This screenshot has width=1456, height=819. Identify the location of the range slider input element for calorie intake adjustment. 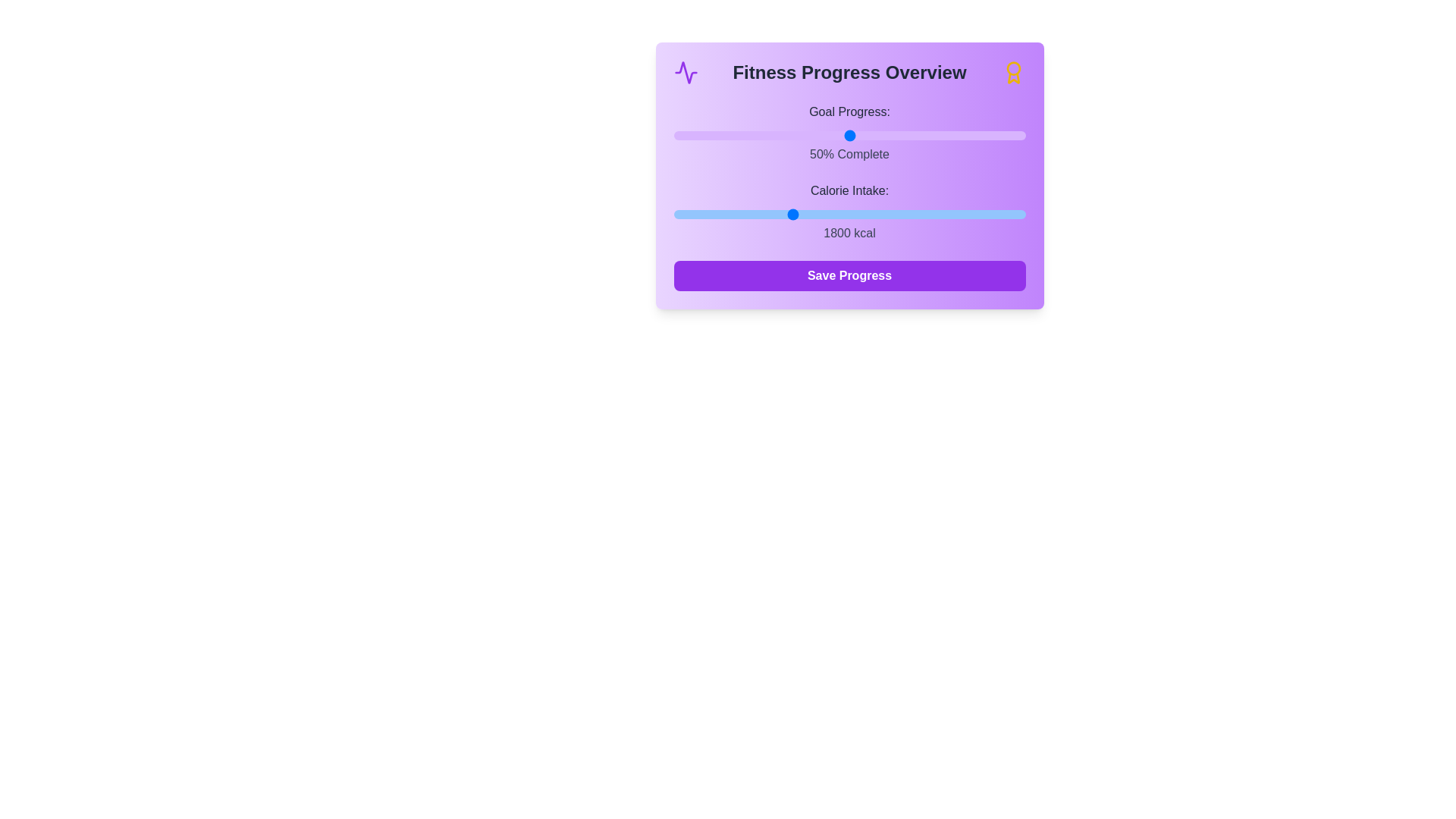
(849, 214).